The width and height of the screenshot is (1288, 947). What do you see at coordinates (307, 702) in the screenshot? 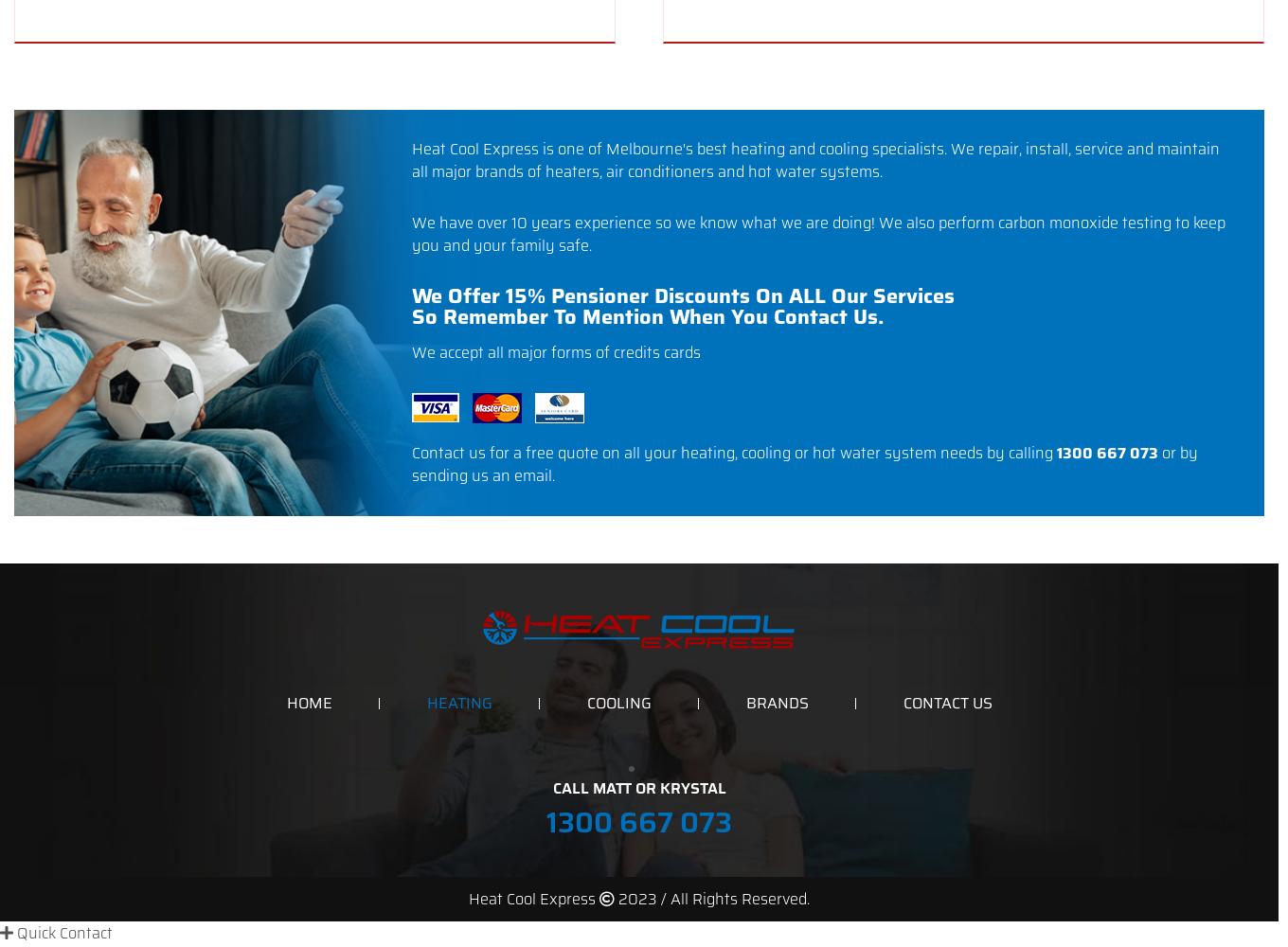
I see `'Home'` at bounding box center [307, 702].